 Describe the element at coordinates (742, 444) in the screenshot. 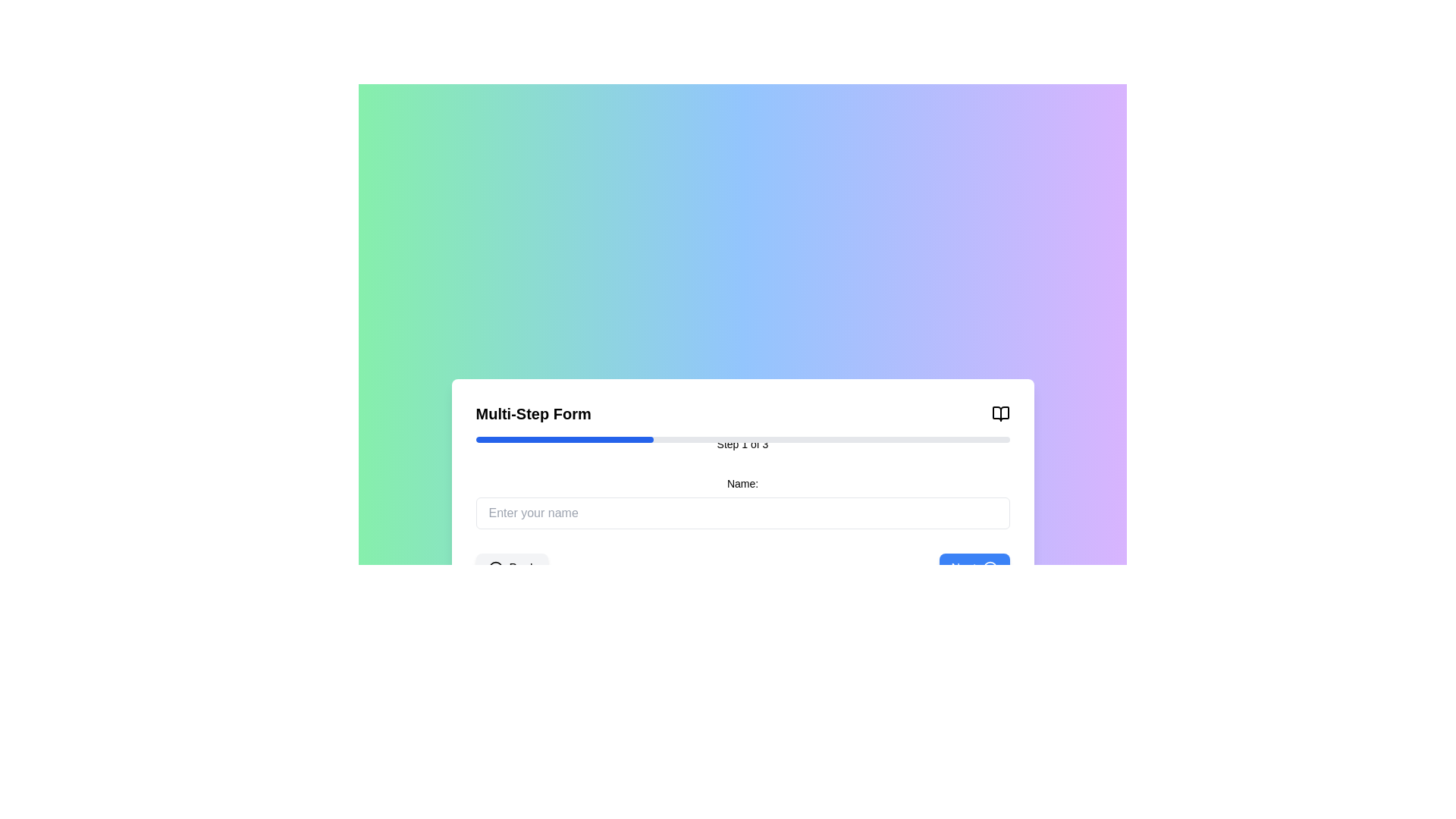

I see `the Text Label that indicates the current step of the multi-step form, located beneath the horizontal progress bar and centrally aligned within the form layout` at that location.